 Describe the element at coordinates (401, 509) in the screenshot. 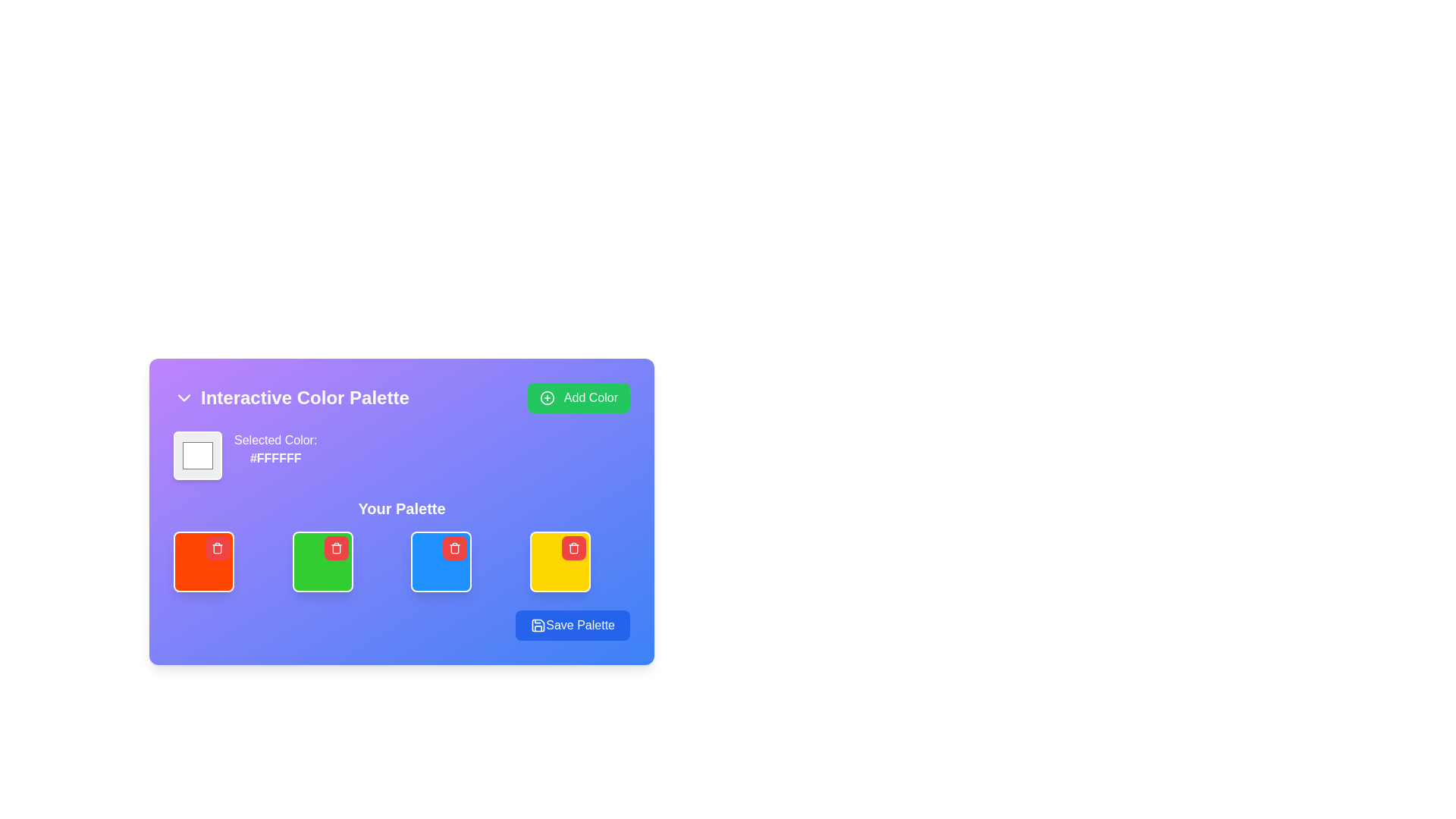

I see `the text label 'Your Palette' which is styled with a bold, large white font on a gradient purple background, located centrally above a grid layout` at that location.